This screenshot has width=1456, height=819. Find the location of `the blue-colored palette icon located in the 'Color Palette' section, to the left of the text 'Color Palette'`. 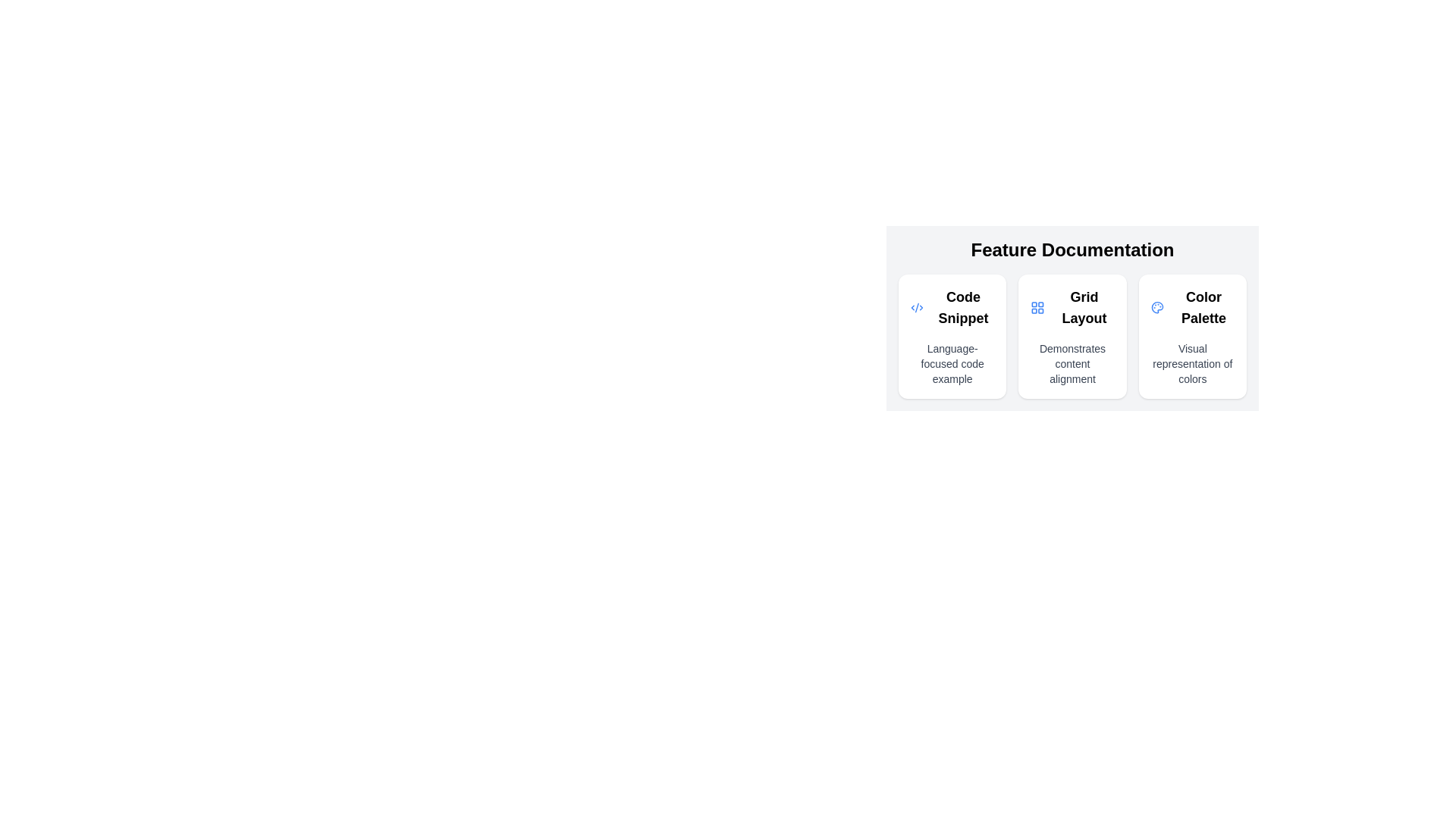

the blue-colored palette icon located in the 'Color Palette' section, to the left of the text 'Color Palette' is located at coordinates (1156, 307).